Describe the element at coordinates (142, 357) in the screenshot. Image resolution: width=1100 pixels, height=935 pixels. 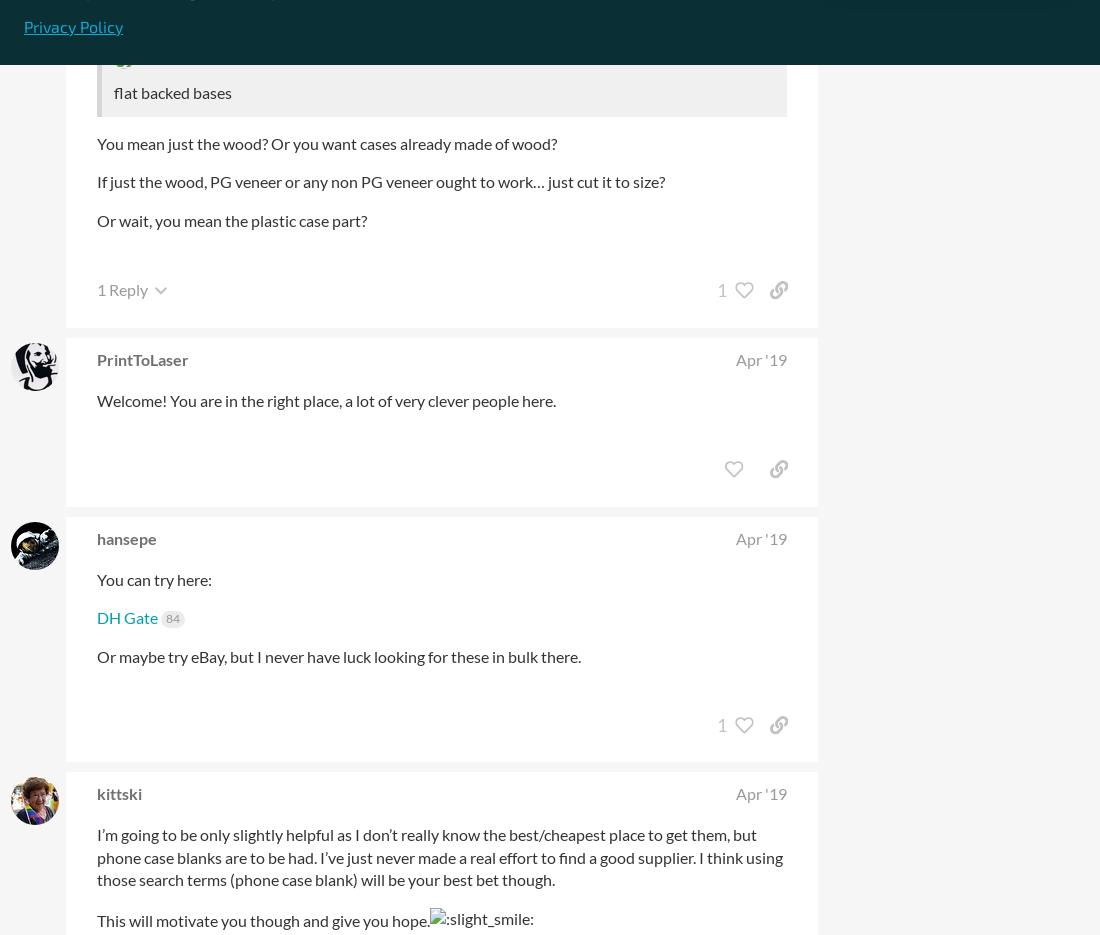
I see `'PrintToLaser'` at that location.